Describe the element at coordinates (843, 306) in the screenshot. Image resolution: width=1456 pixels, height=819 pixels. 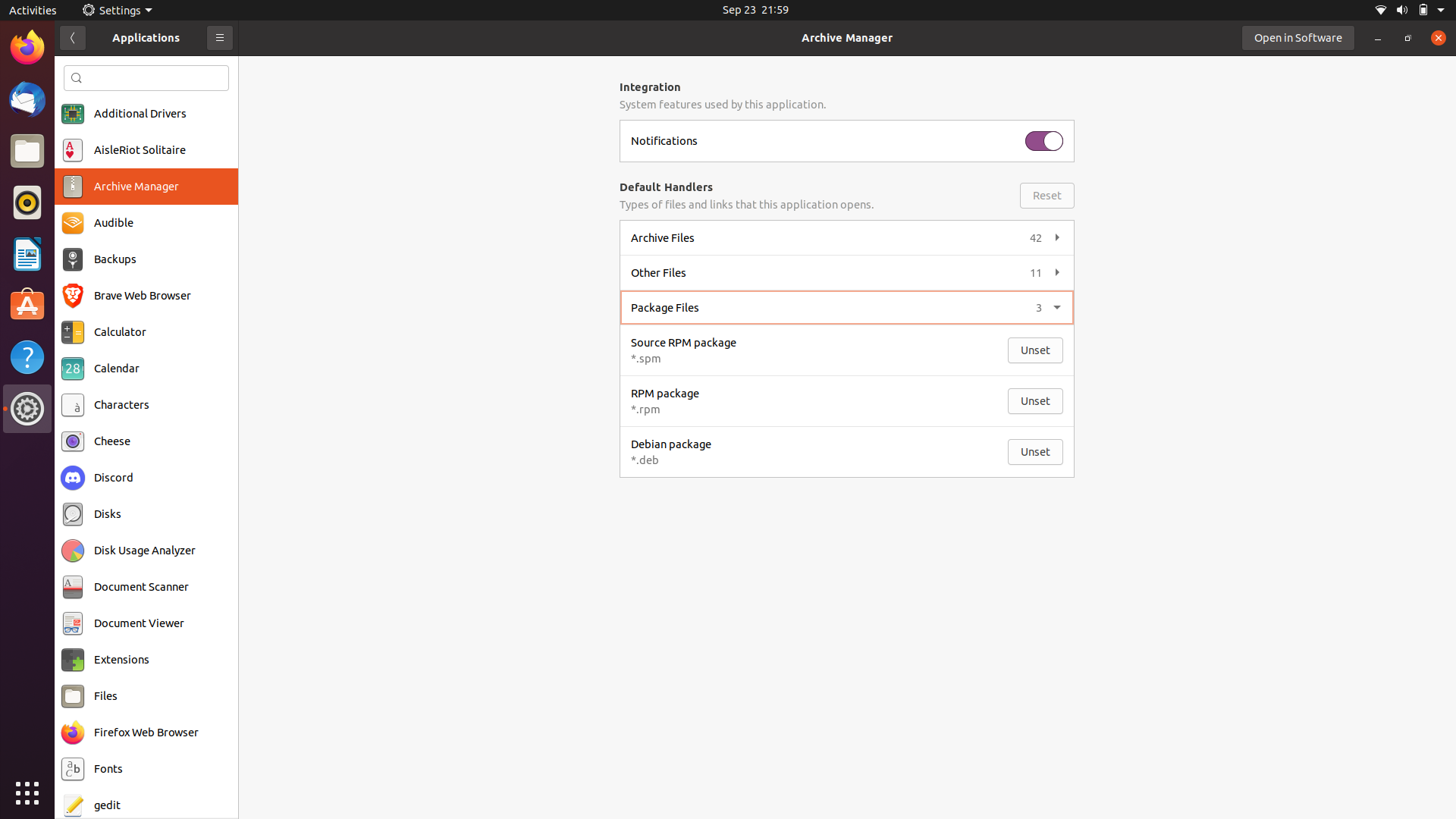
I see `package files` at that location.